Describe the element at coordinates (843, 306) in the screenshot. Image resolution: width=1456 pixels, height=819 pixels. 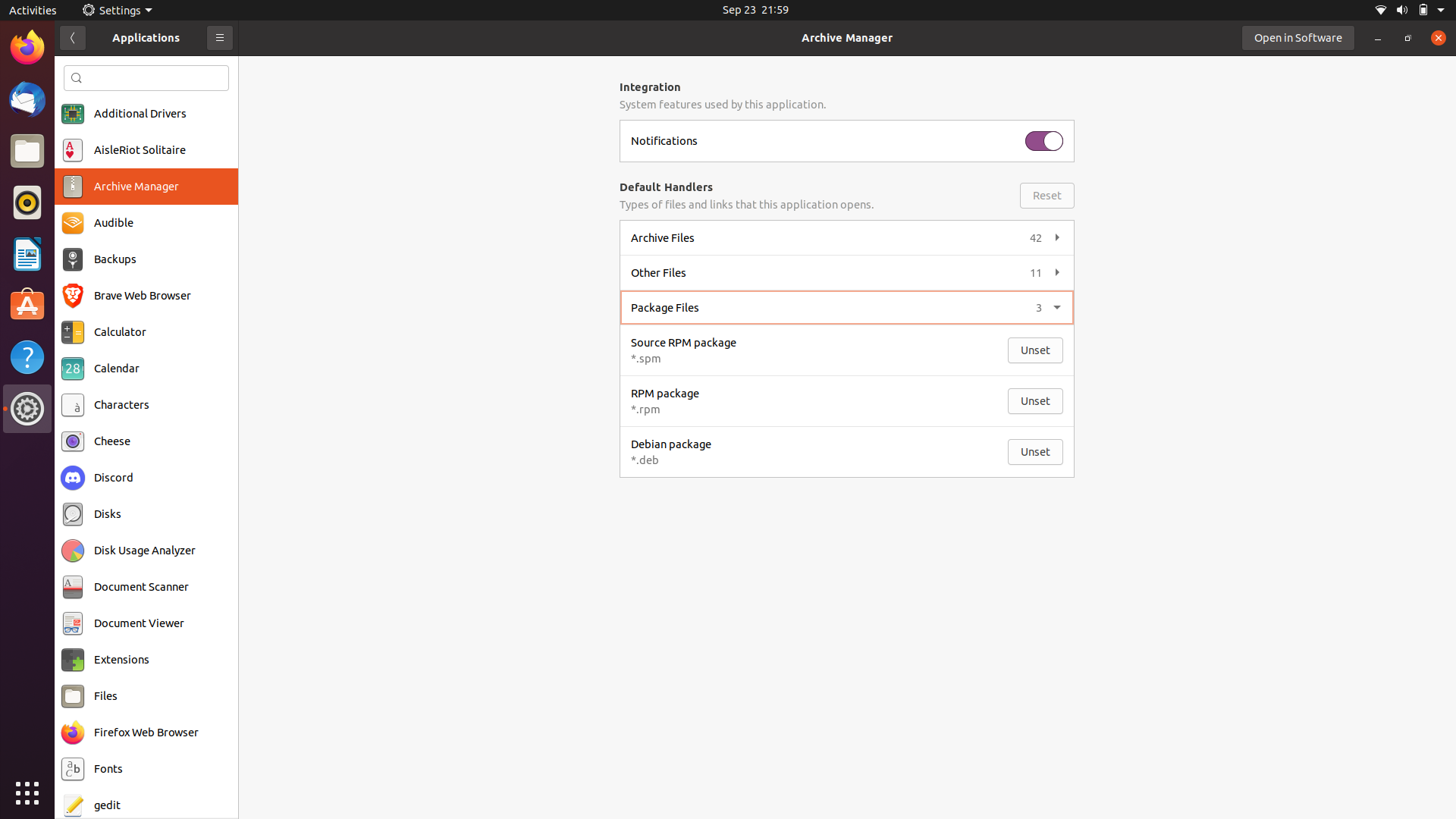
I see `package files` at that location.